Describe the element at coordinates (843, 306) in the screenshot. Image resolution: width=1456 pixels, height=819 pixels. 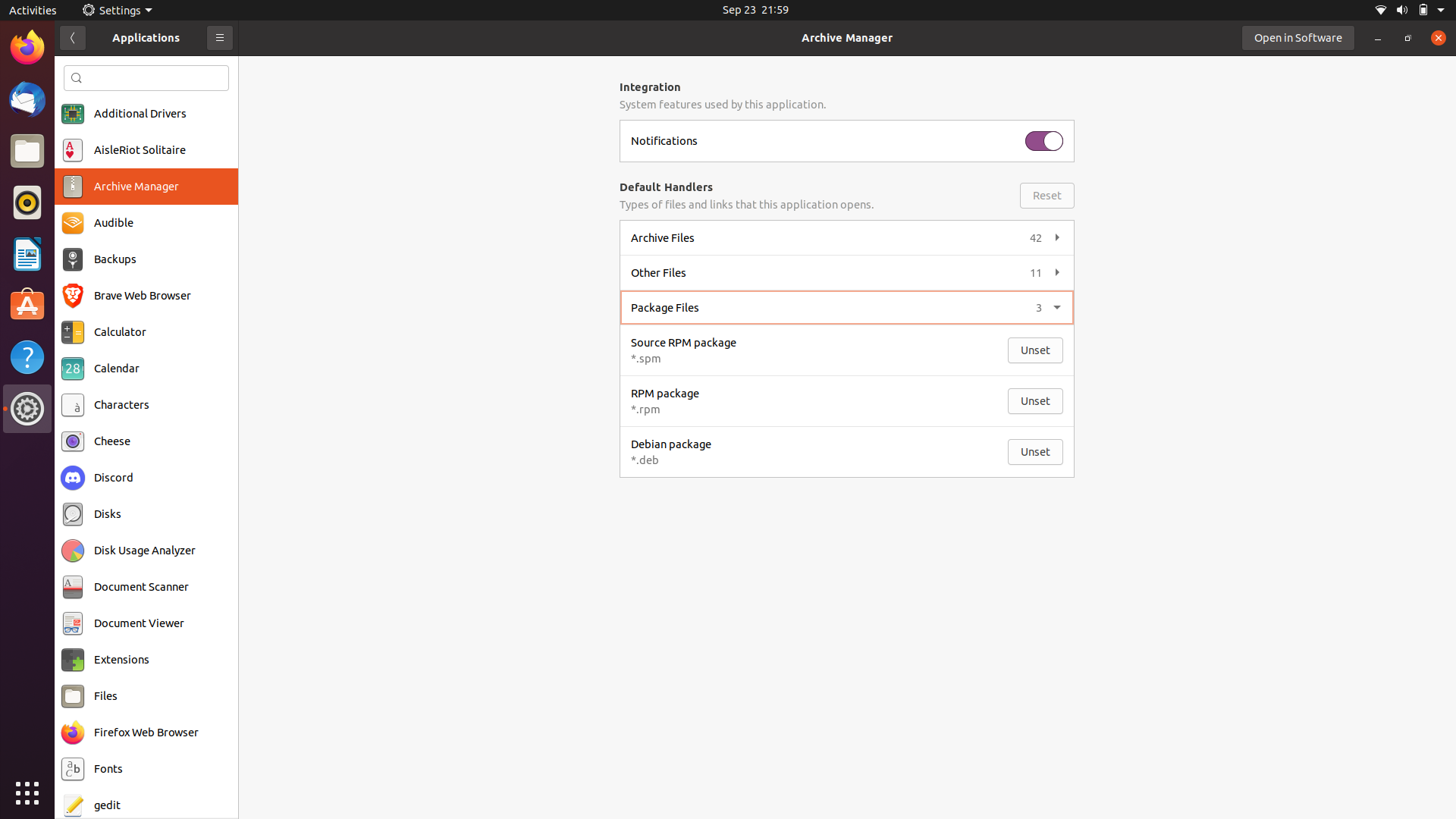
I see `package files` at that location.